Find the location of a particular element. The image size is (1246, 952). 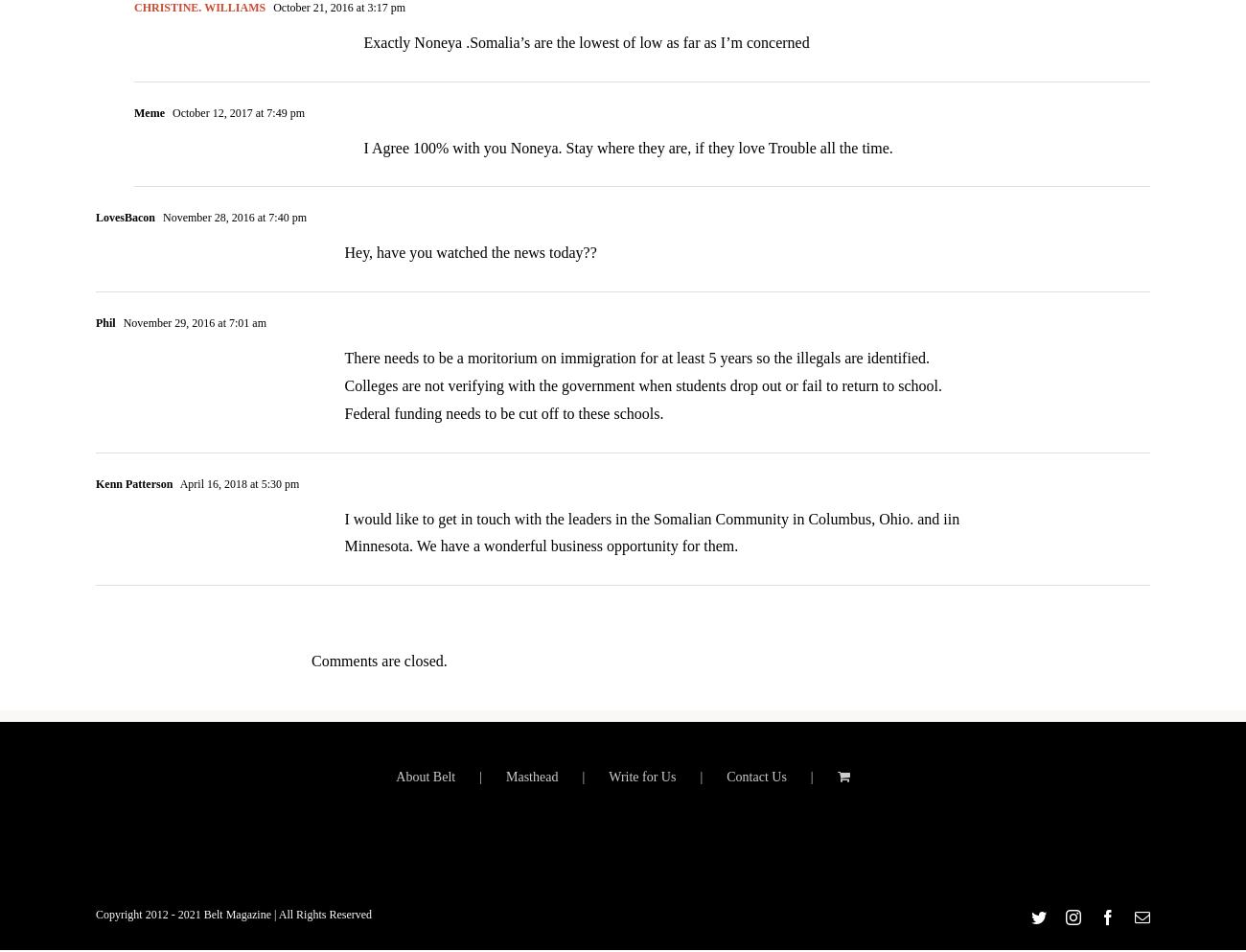

'There needs to be a moritorium on immigration for at least 5 years so the illegals are identified. Colleges are not verifying with the government when students drop out or fail to return to school. Federal funding needs to be cut off to these schools.' is located at coordinates (641, 397).